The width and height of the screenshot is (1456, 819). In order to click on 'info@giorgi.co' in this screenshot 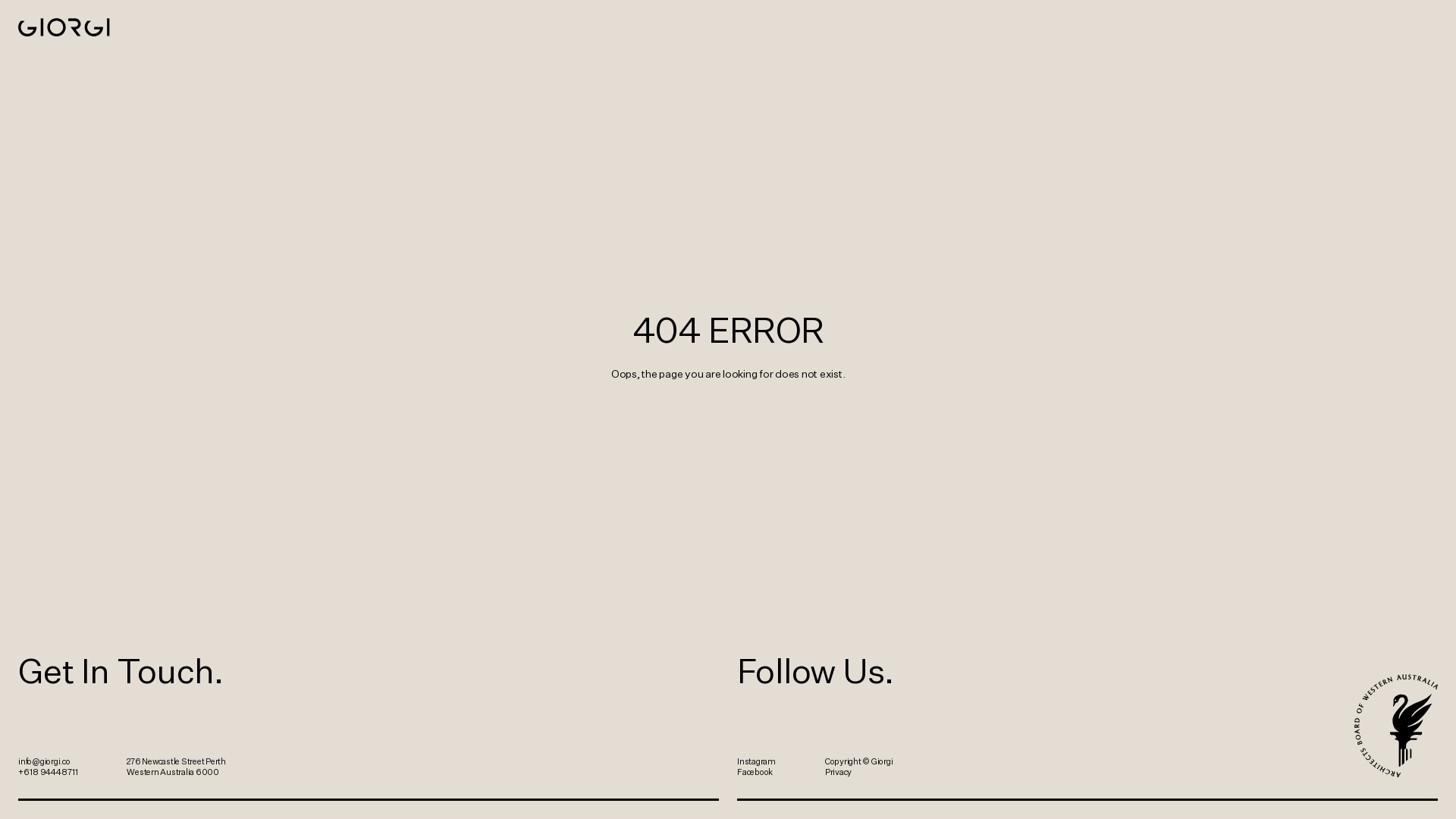, I will do `click(44, 761)`.